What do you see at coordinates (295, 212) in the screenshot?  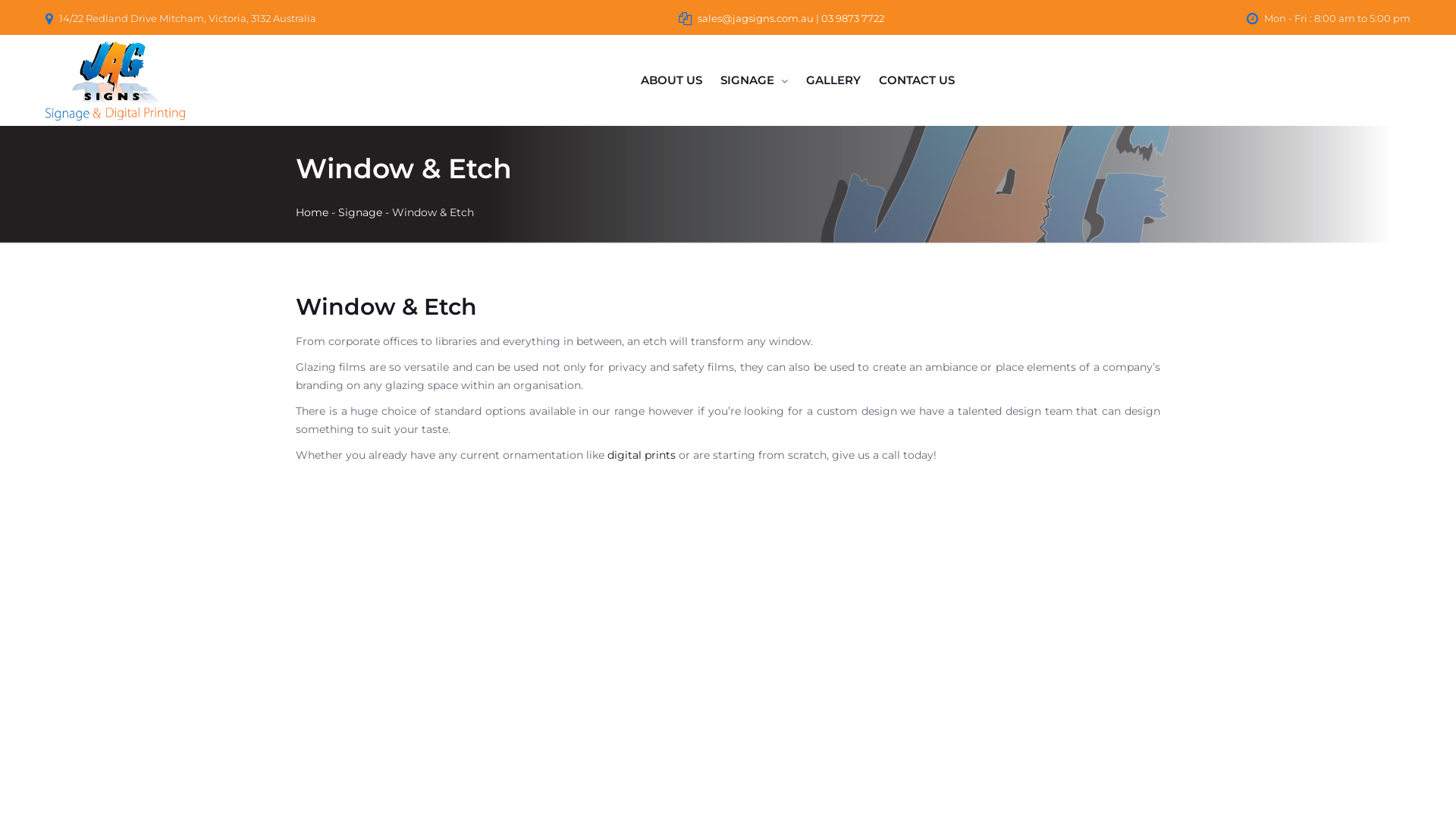 I see `'Home'` at bounding box center [295, 212].